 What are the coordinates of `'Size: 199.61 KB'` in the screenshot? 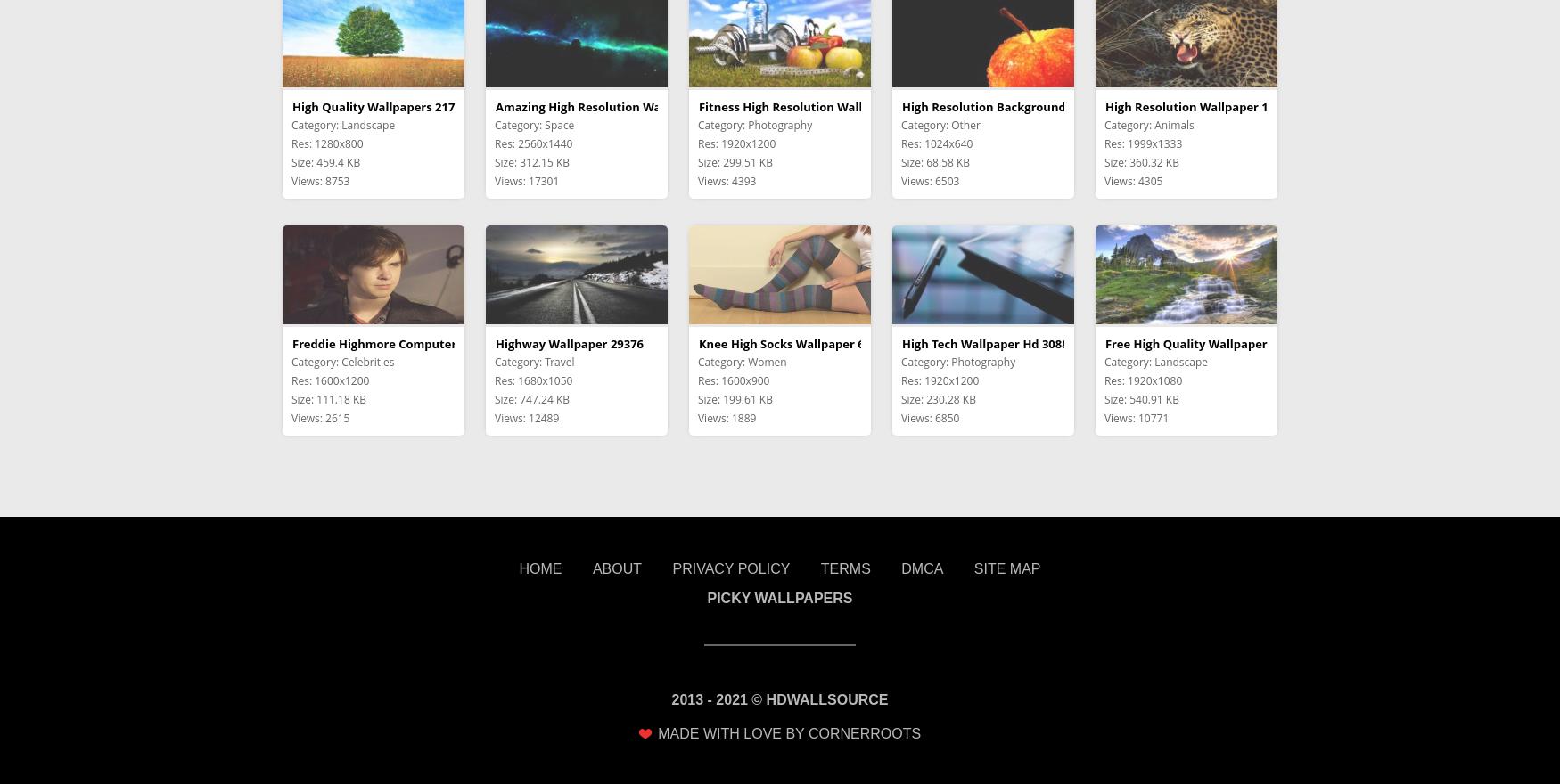 It's located at (735, 397).